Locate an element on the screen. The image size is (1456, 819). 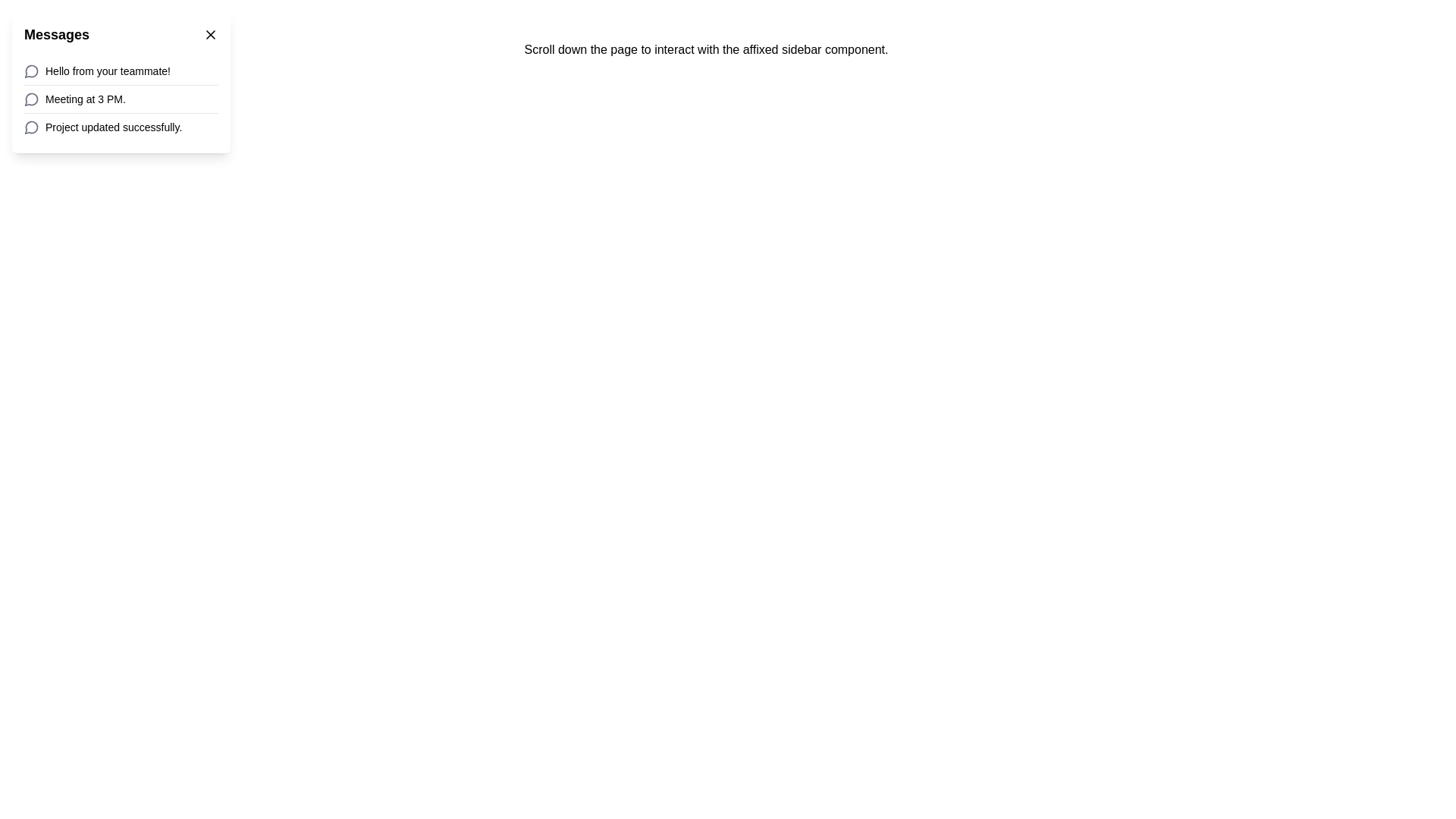
the Text Label that instructs users to 'Scroll down the page to interact with the affixed sidebar component.' located at the top-center area of the interface is located at coordinates (705, 49).